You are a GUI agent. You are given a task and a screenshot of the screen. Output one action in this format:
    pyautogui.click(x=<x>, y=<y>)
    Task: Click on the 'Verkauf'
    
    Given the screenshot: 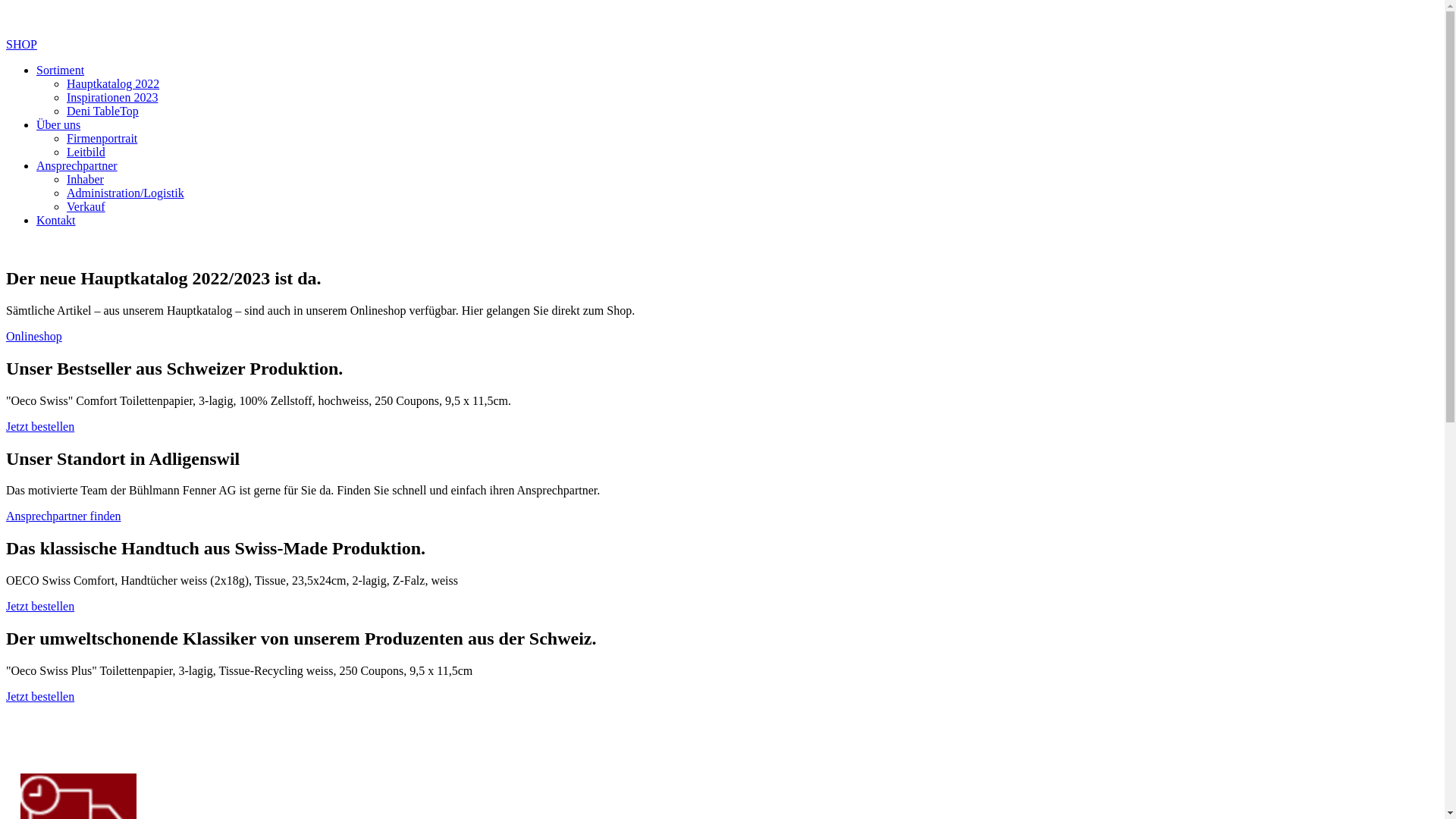 What is the action you would take?
    pyautogui.click(x=65, y=206)
    